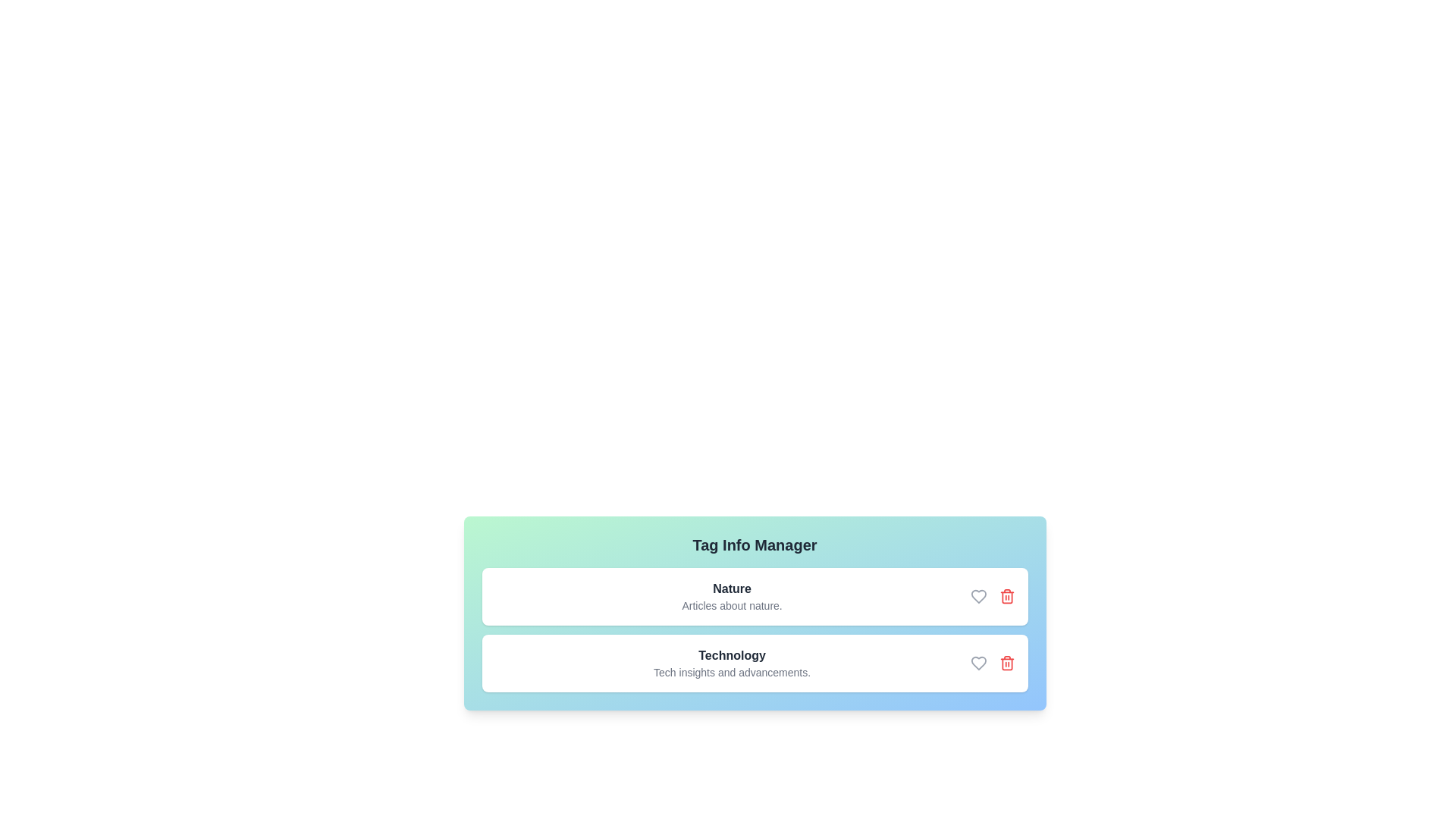 The width and height of the screenshot is (1456, 819). I want to click on the trash icon to remove the tag labeled Technology, so click(1007, 663).